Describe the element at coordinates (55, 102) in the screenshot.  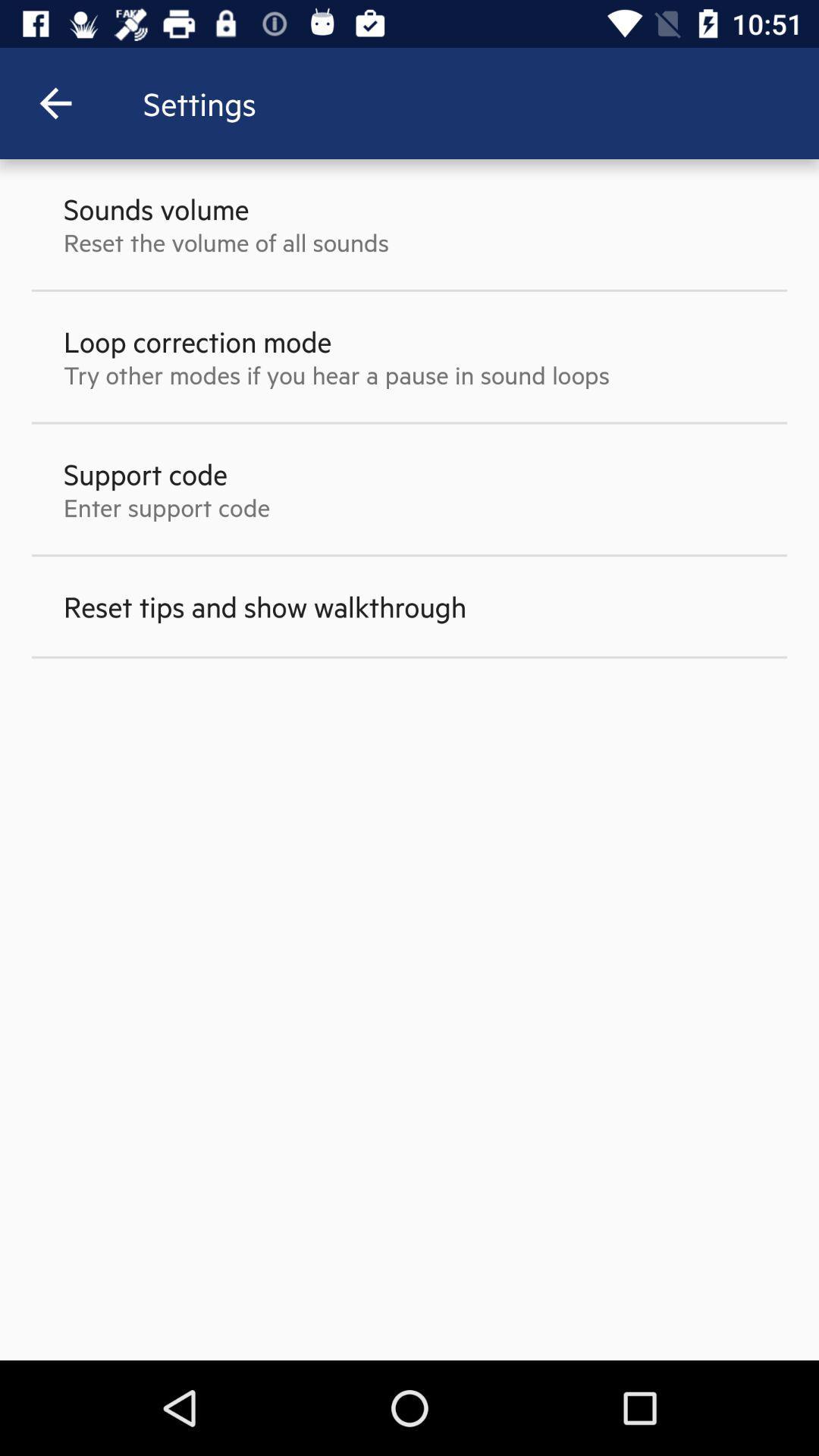
I see `icon to the left of the settings icon` at that location.